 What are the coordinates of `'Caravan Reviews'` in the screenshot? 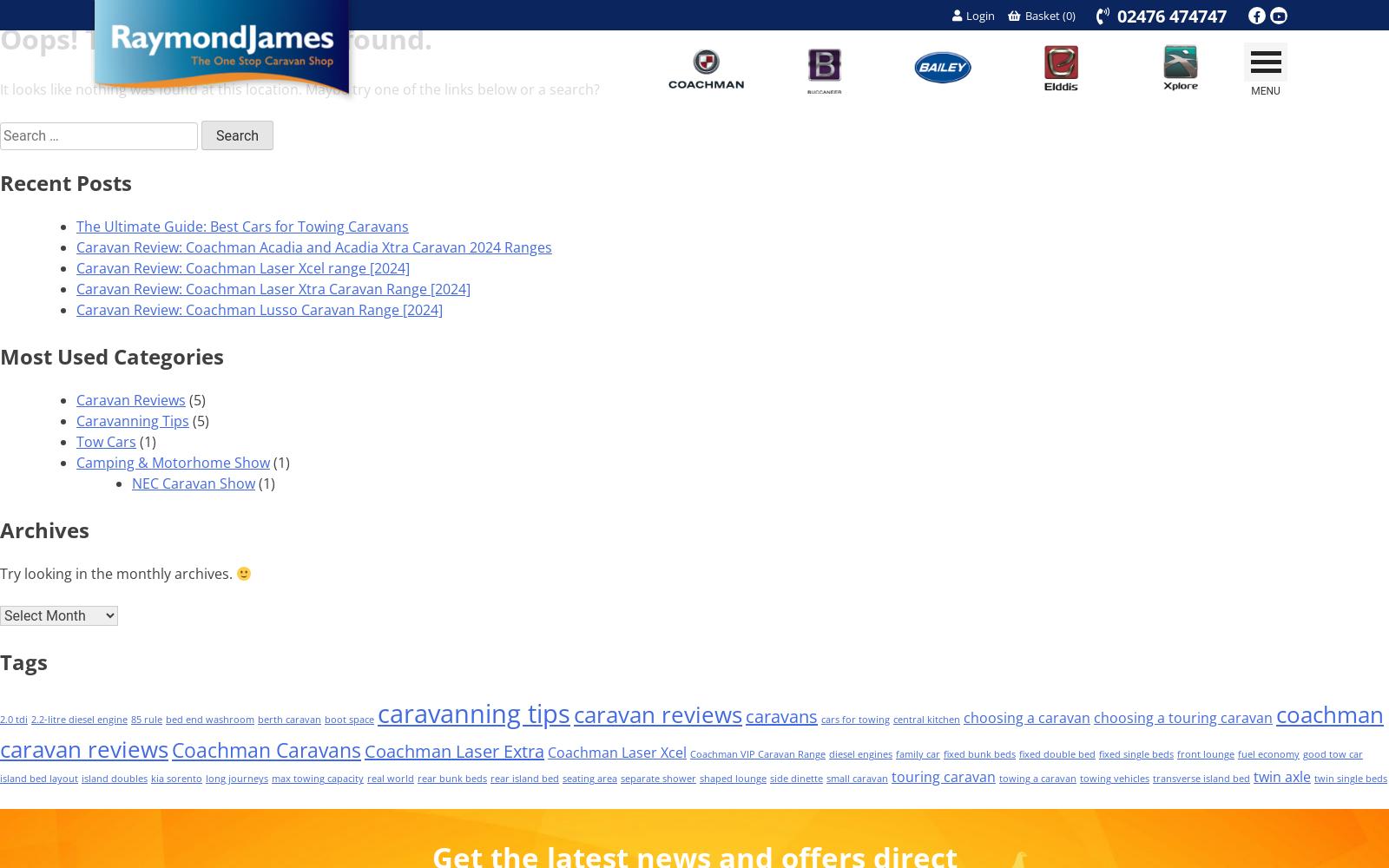 It's located at (130, 399).